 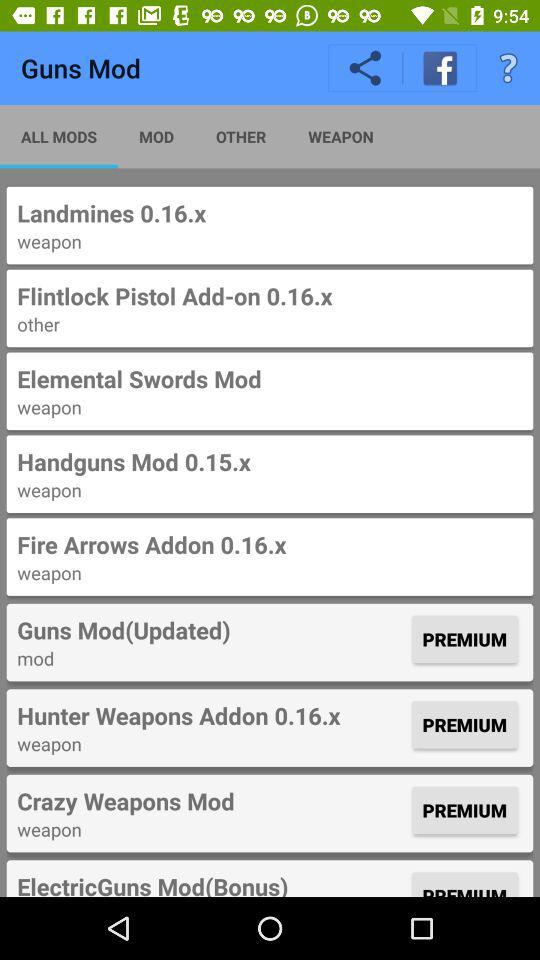 I want to click on item below the mod item, so click(x=211, y=715).